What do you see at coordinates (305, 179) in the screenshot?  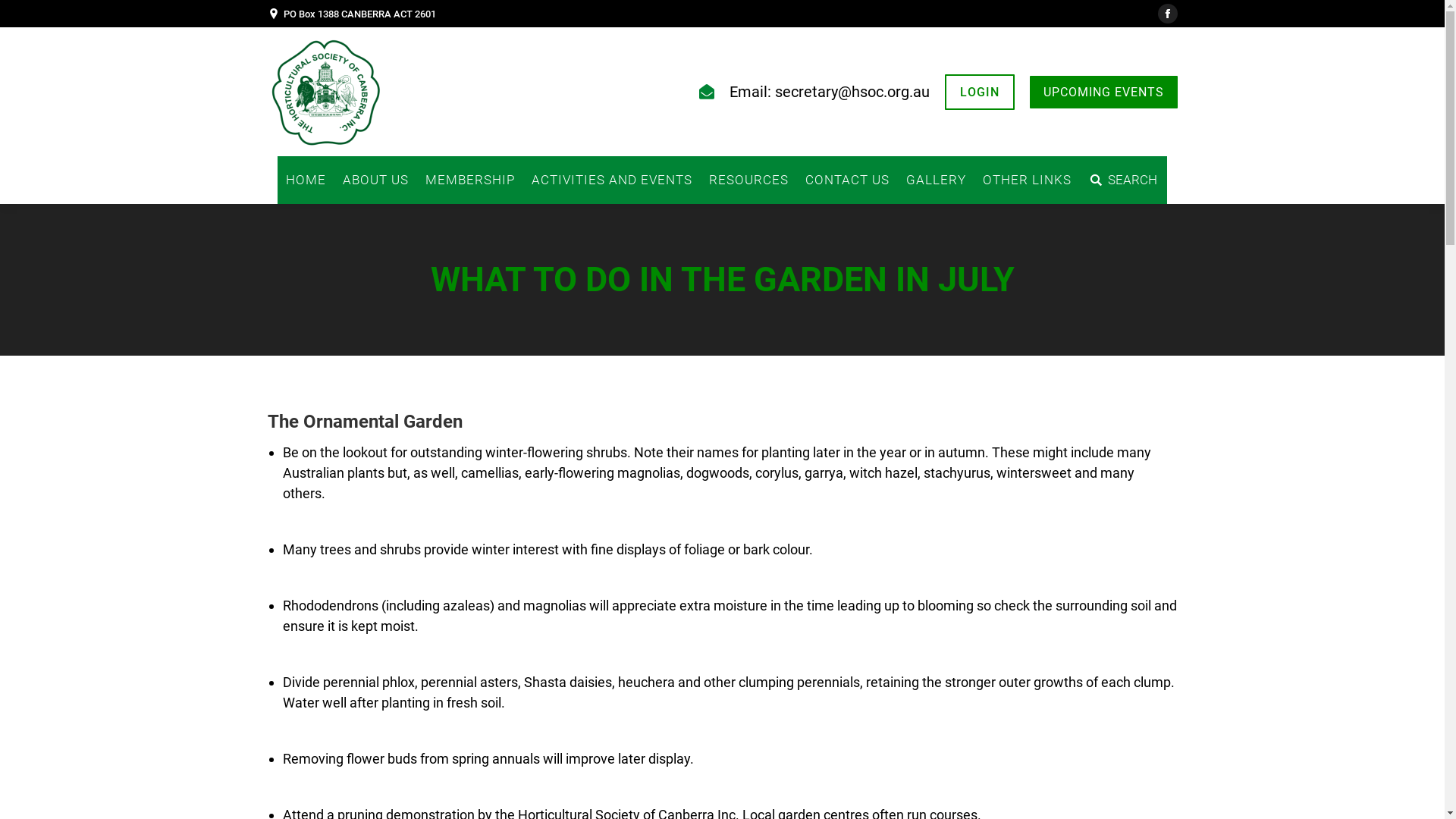 I see `'HOME'` at bounding box center [305, 179].